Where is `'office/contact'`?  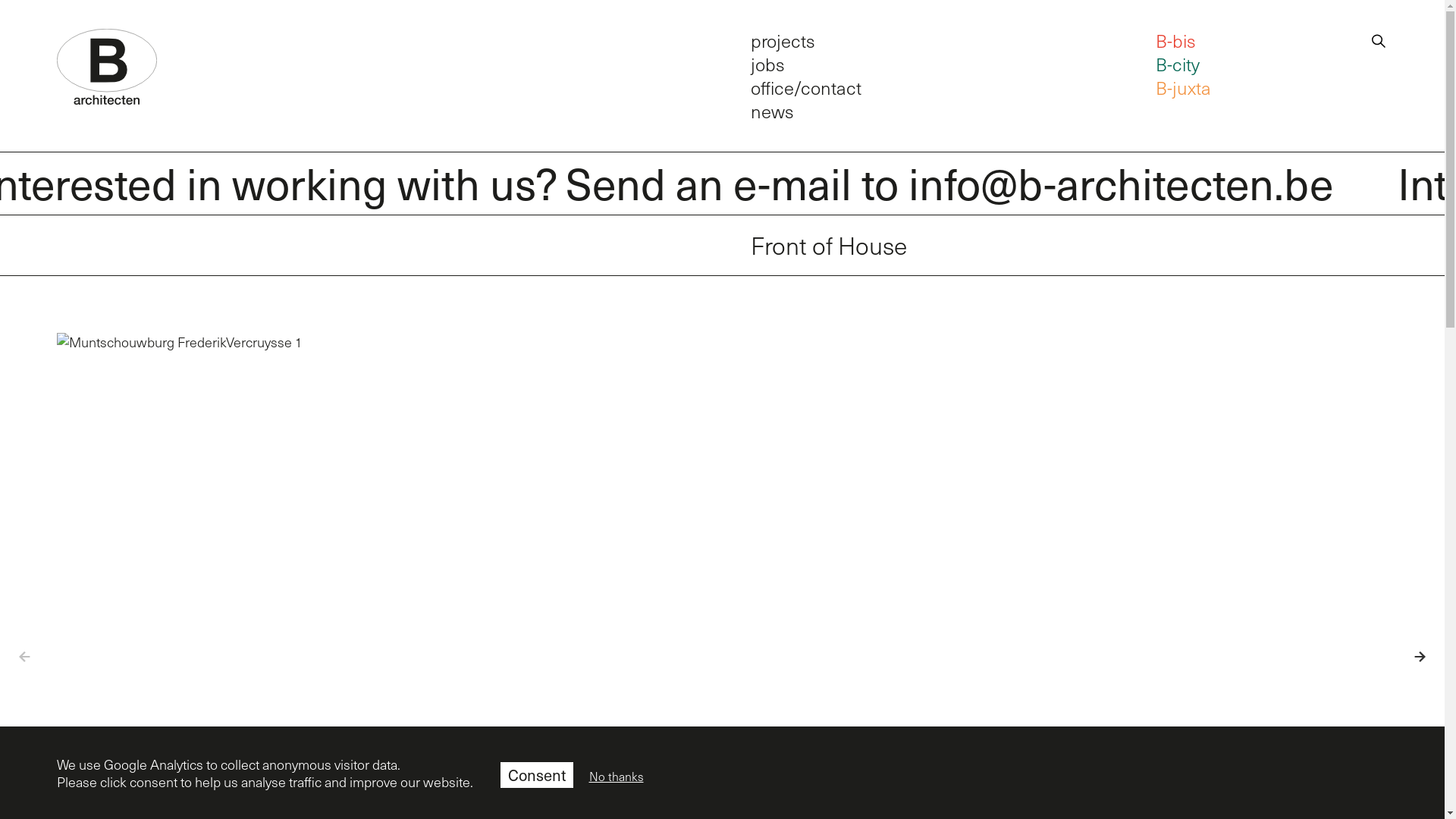 'office/contact' is located at coordinates (805, 87).